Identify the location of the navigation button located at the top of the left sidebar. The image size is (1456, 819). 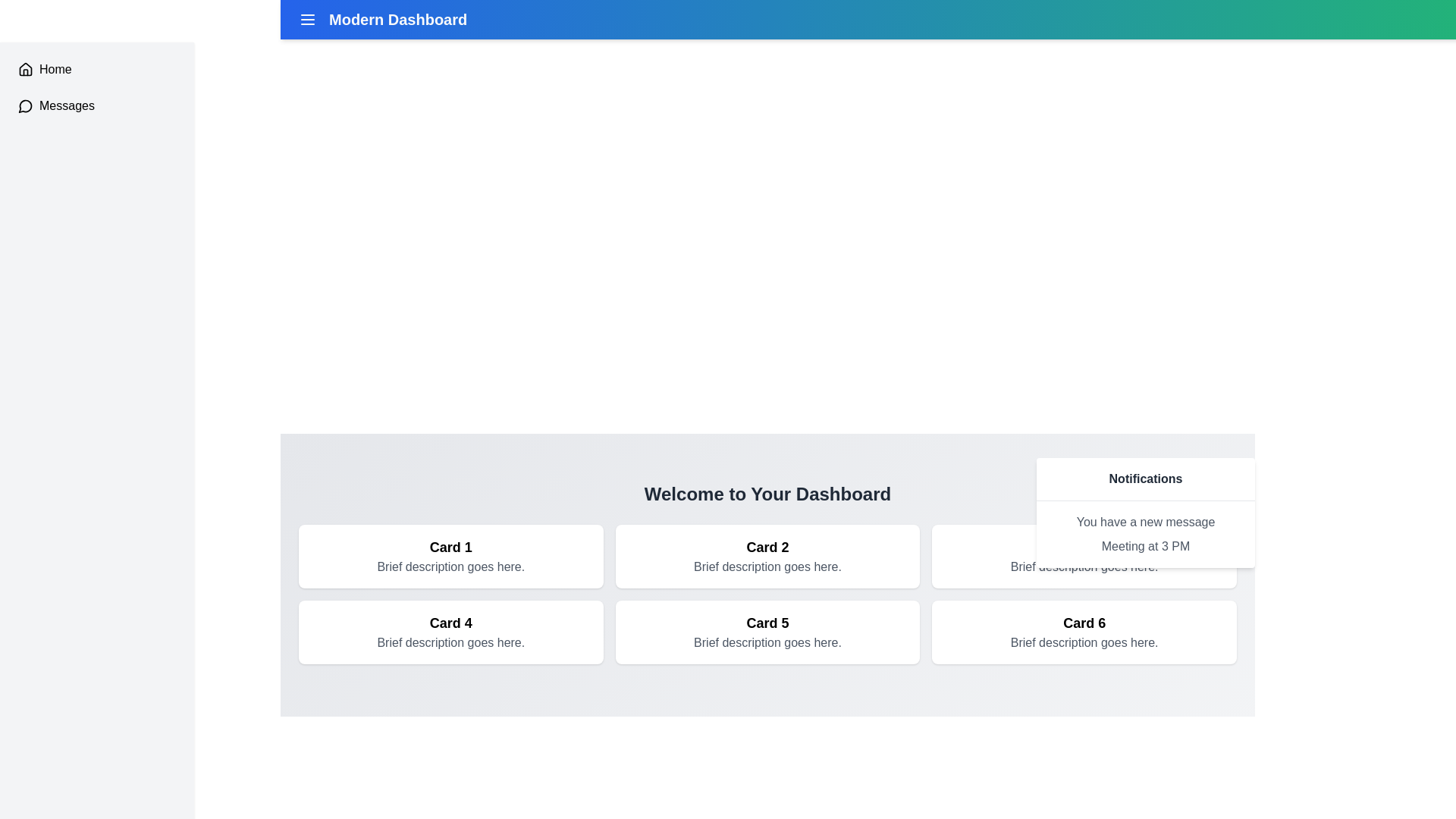
(96, 70).